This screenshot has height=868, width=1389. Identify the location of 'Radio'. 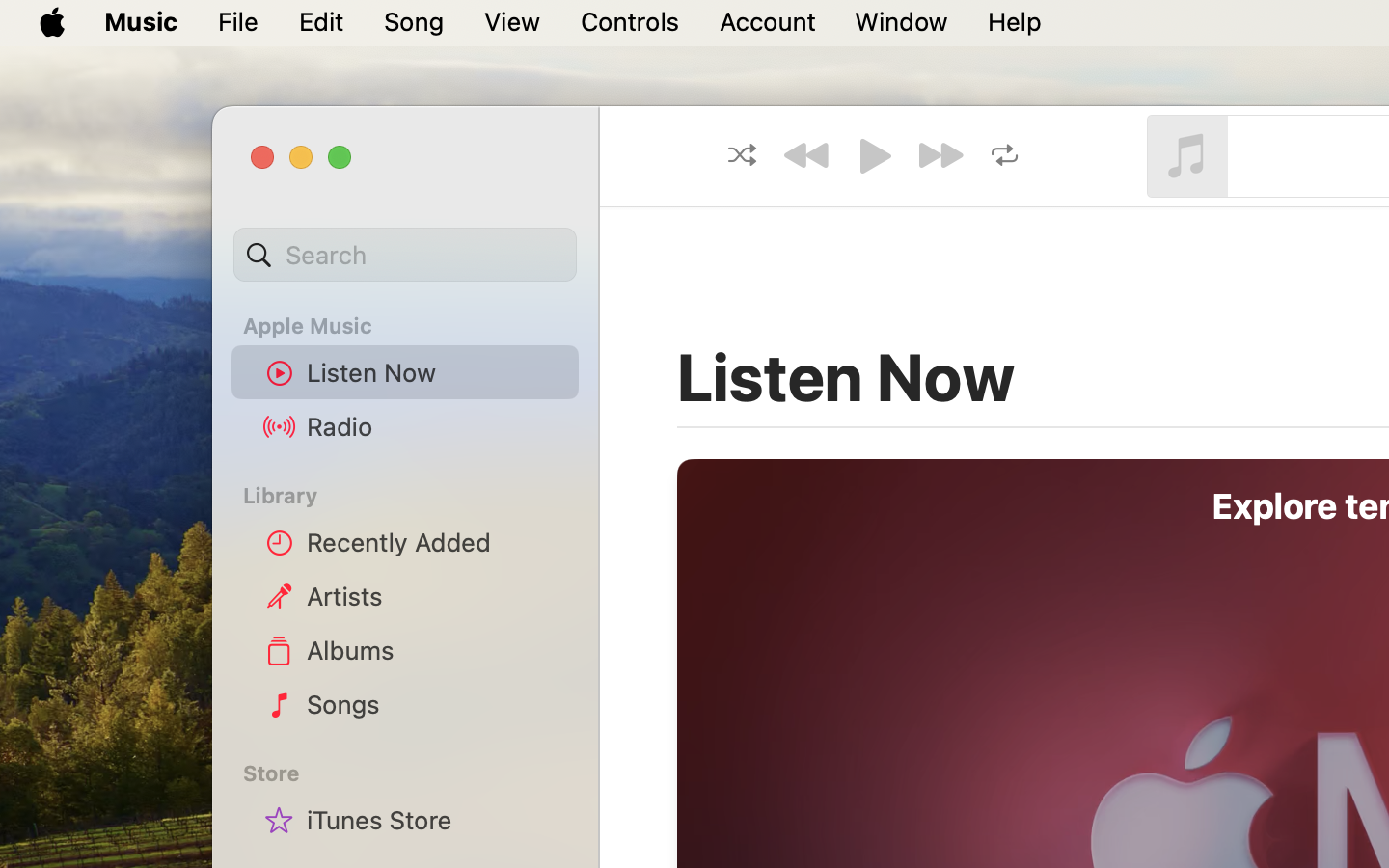
(435, 425).